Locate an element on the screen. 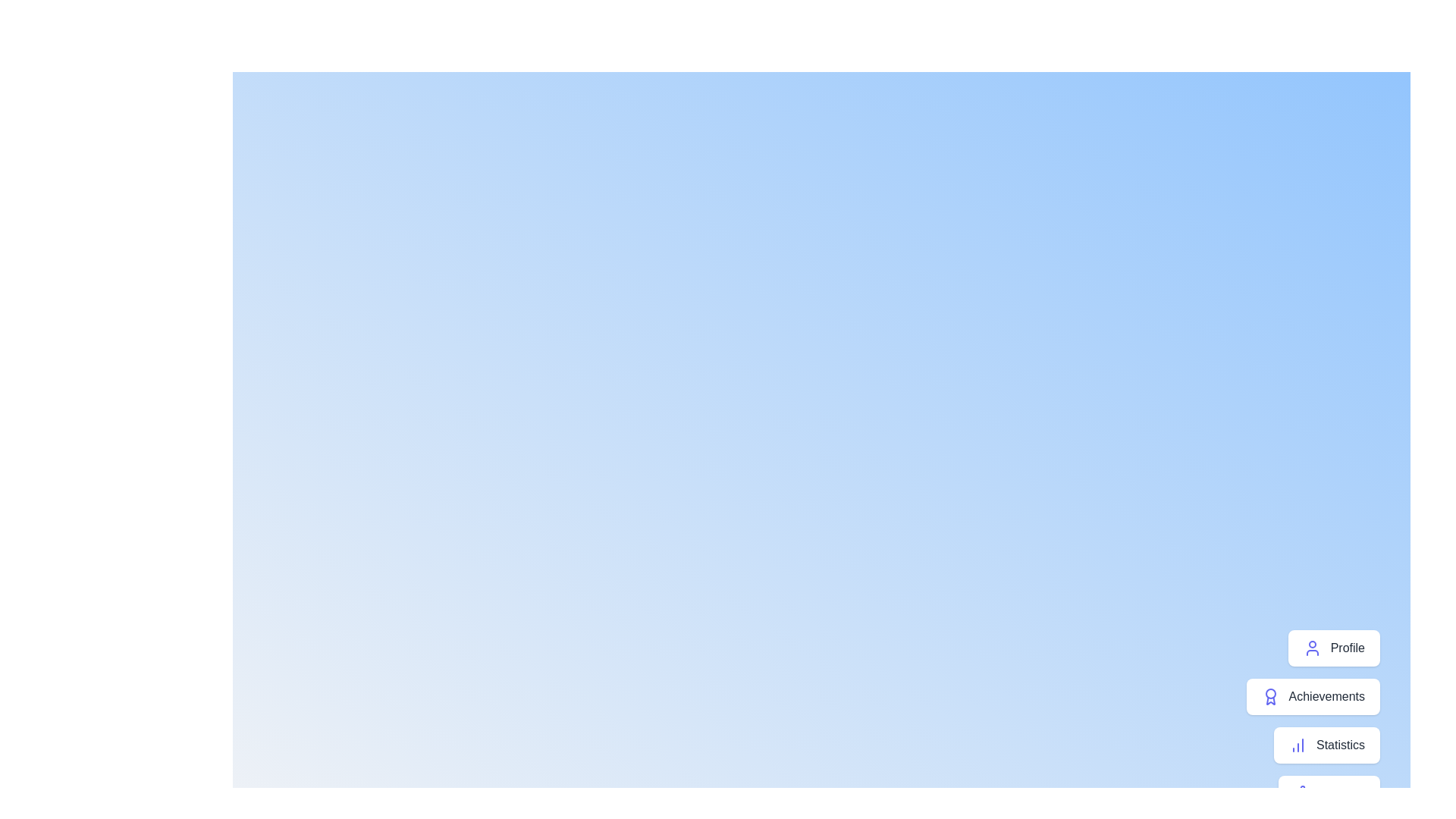 This screenshot has height=819, width=1456. the 'Achievements' button in the menu is located at coordinates (1312, 696).